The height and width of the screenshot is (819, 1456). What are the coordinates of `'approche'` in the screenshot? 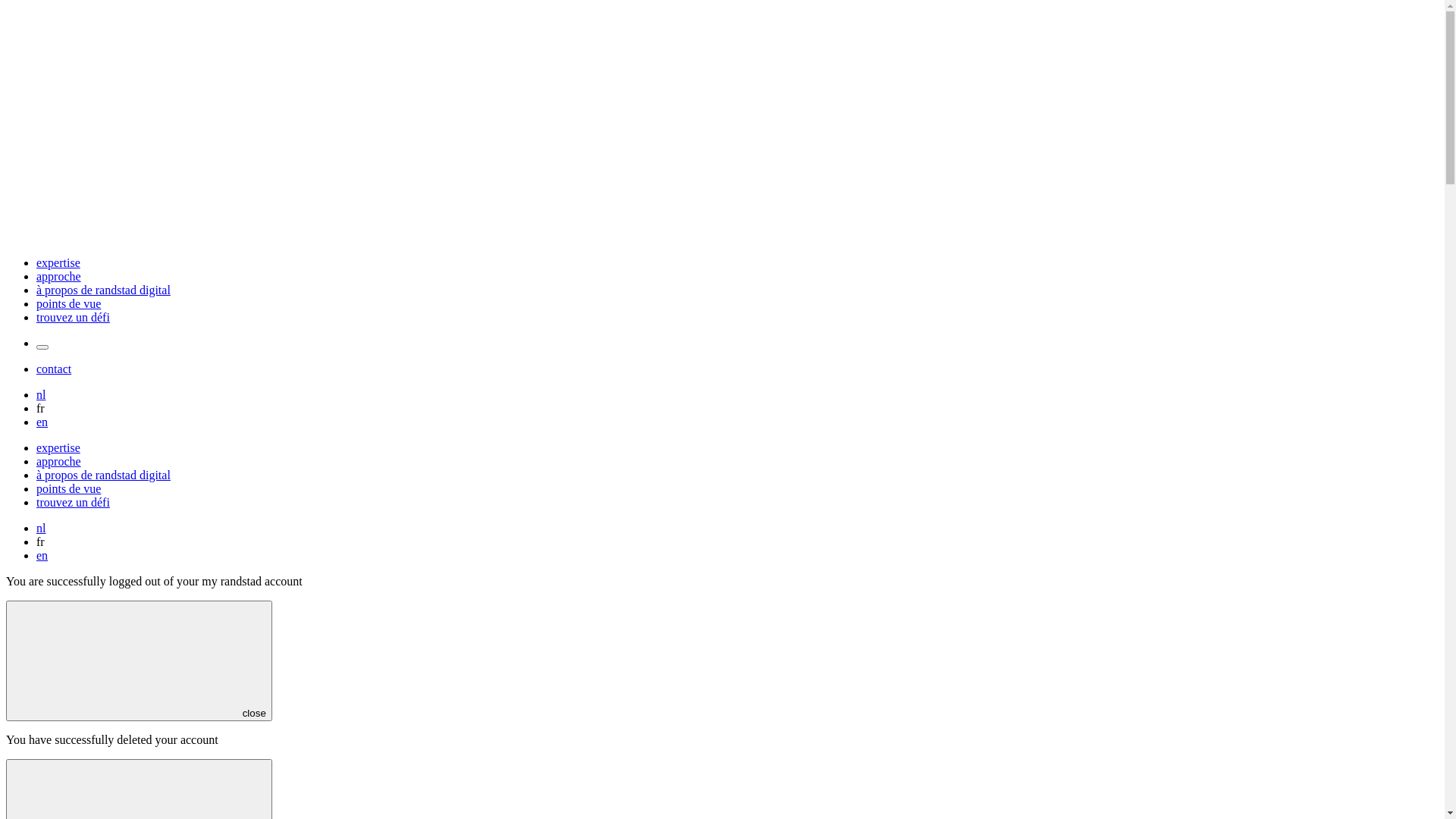 It's located at (36, 276).